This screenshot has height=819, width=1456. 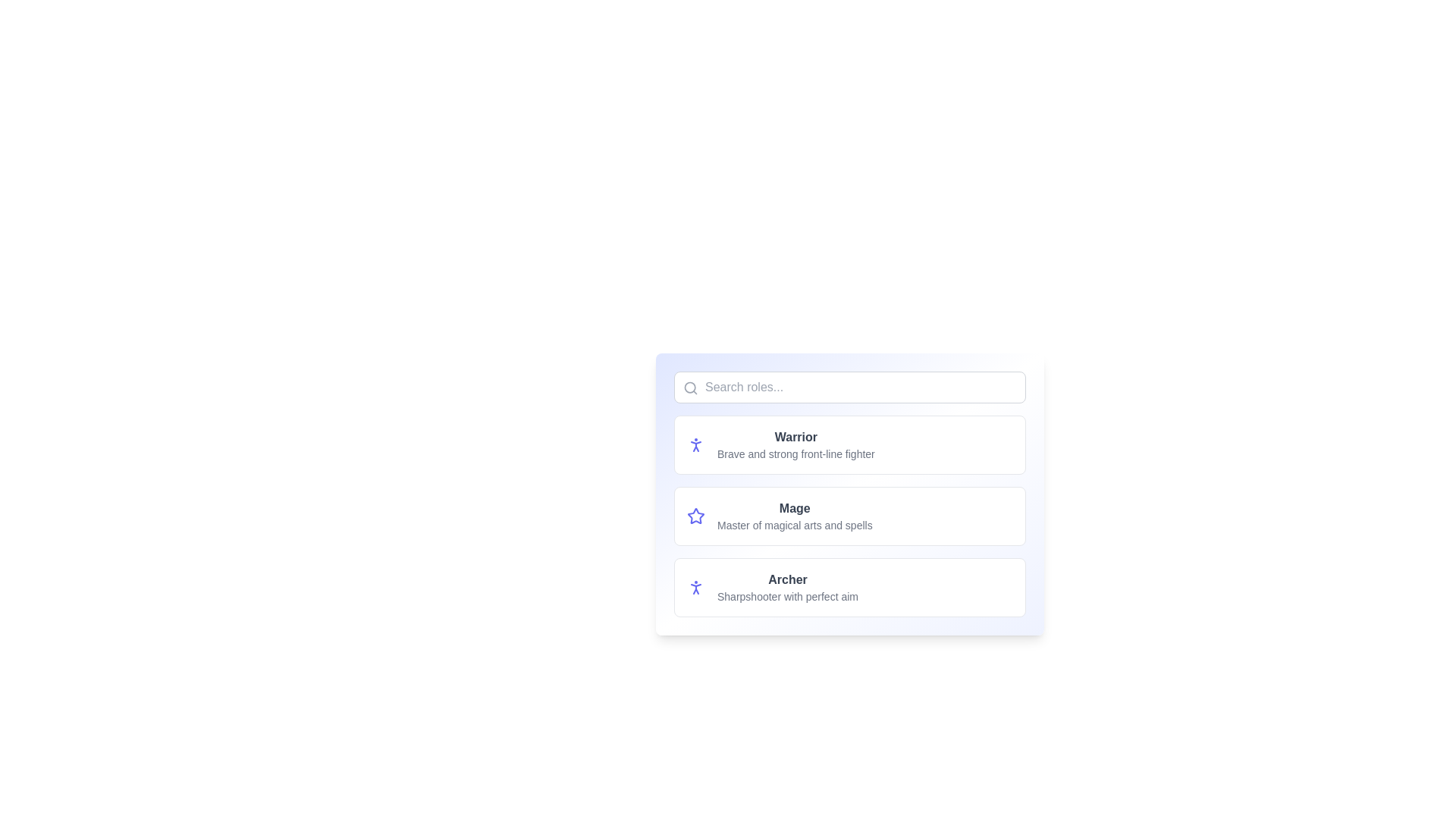 I want to click on the 'Archer' selectable card, which has a white background and contains the text 'Archer' in bold dark-gray font, to activate the role selection process, so click(x=850, y=587).